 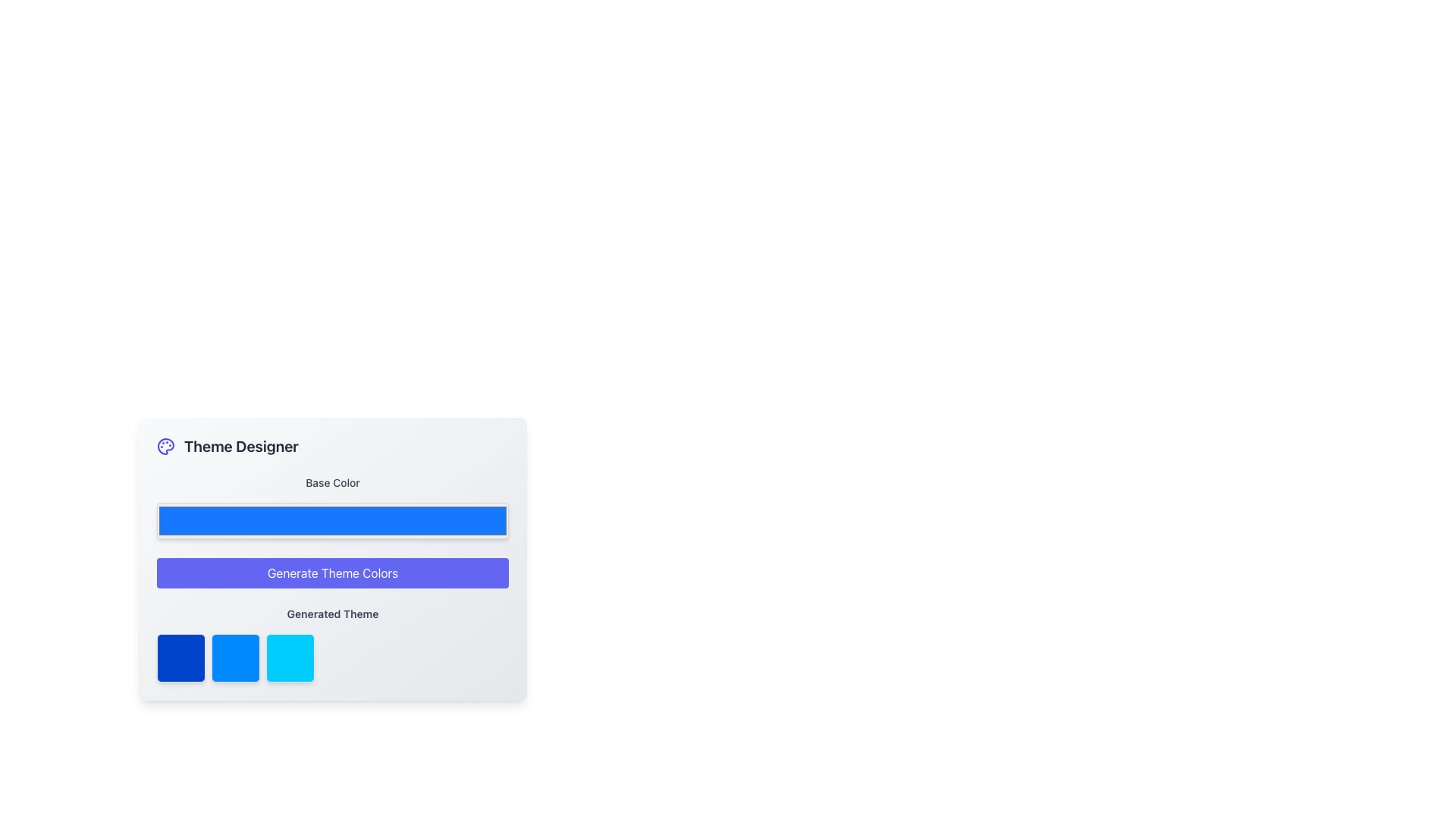 I want to click on one of the color swatches in the 'Generated Theme' section located below the 'Generate Theme Colors' button within the 'Theme Designer' card, so click(x=331, y=644).